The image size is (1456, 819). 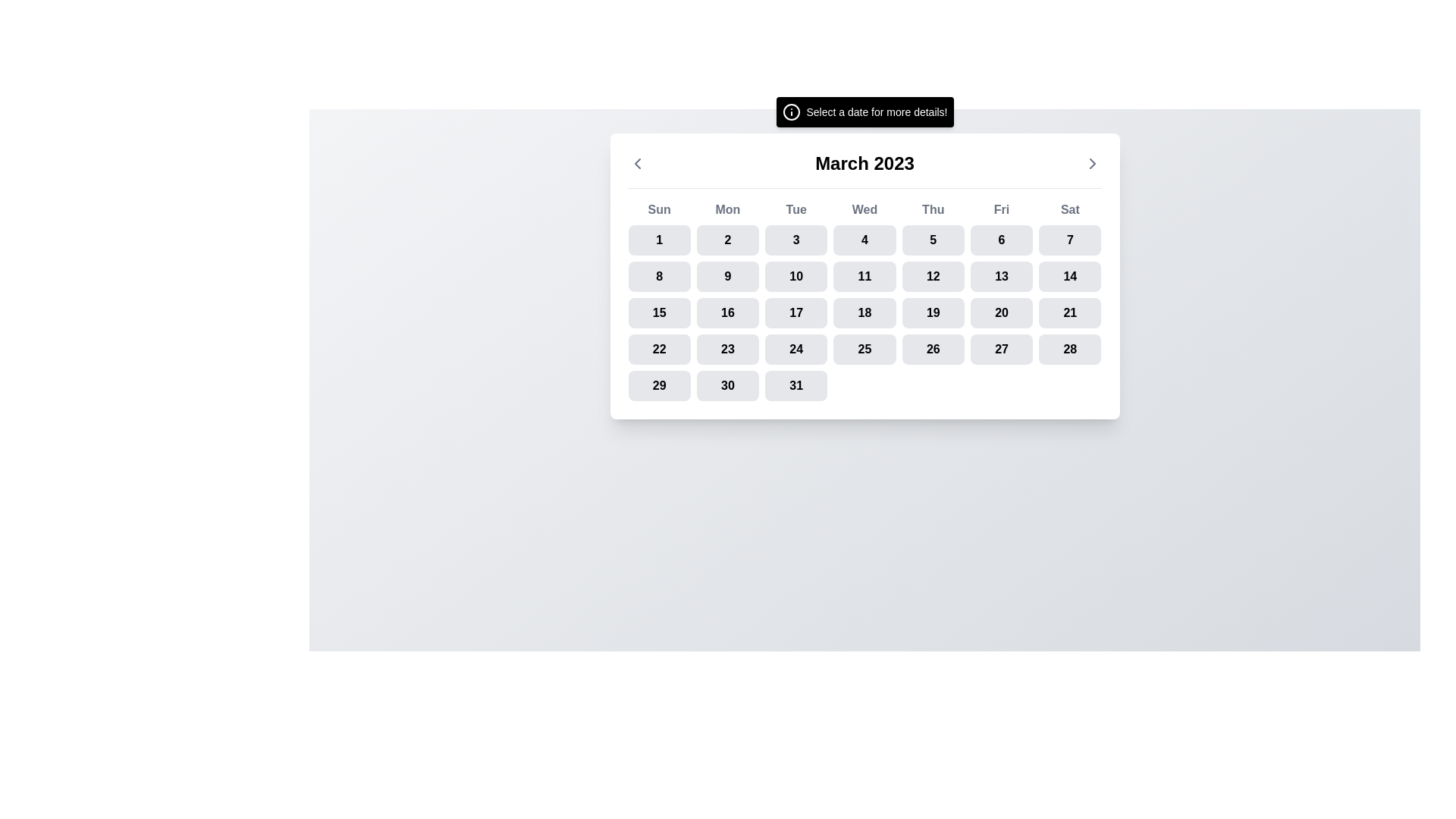 I want to click on the button representing the specific day in the calendar view located in the third row, third column under the header 'Wed', so click(x=795, y=277).